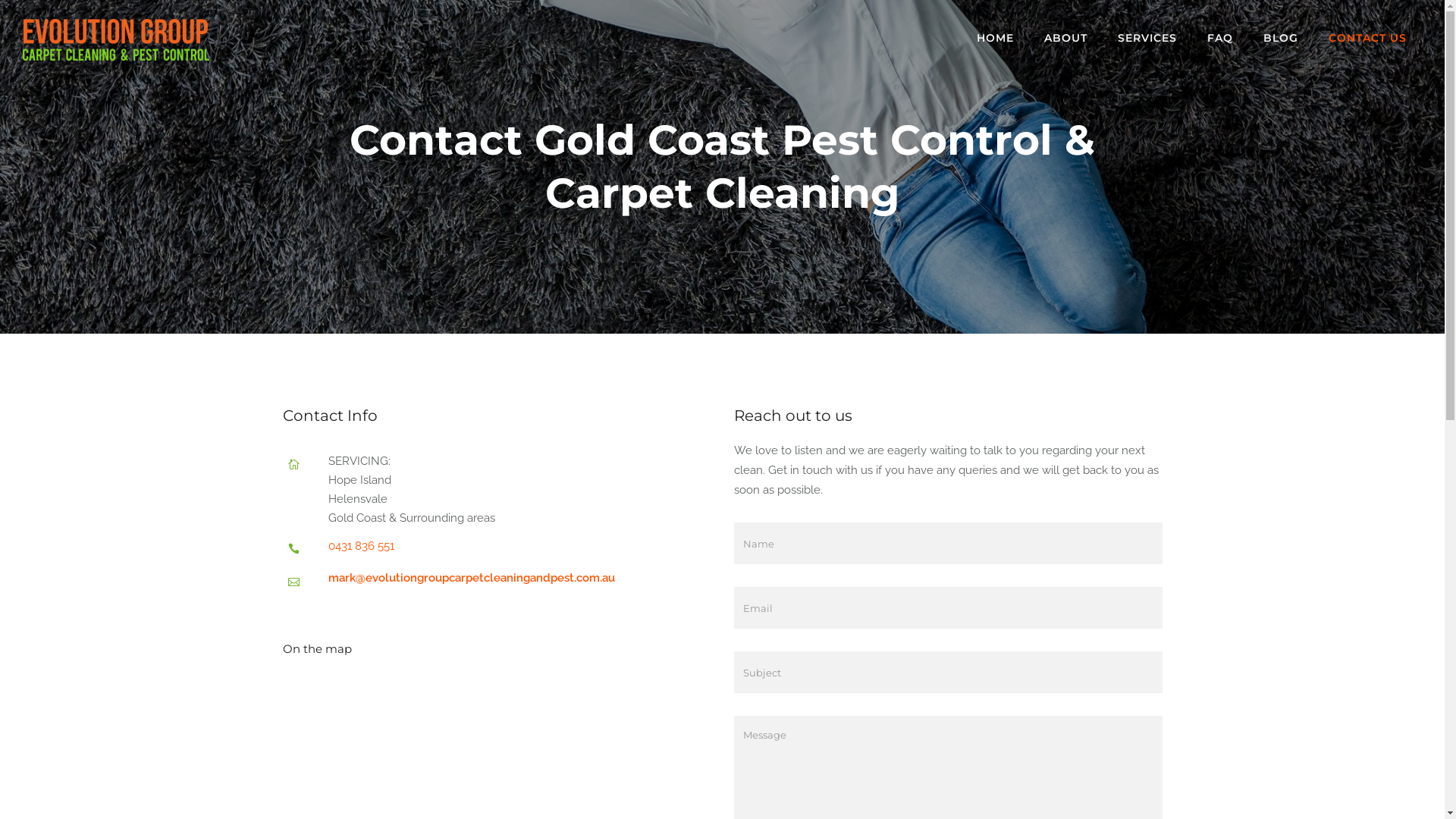 This screenshot has width=1456, height=819. I want to click on 'FAQ', so click(1219, 37).